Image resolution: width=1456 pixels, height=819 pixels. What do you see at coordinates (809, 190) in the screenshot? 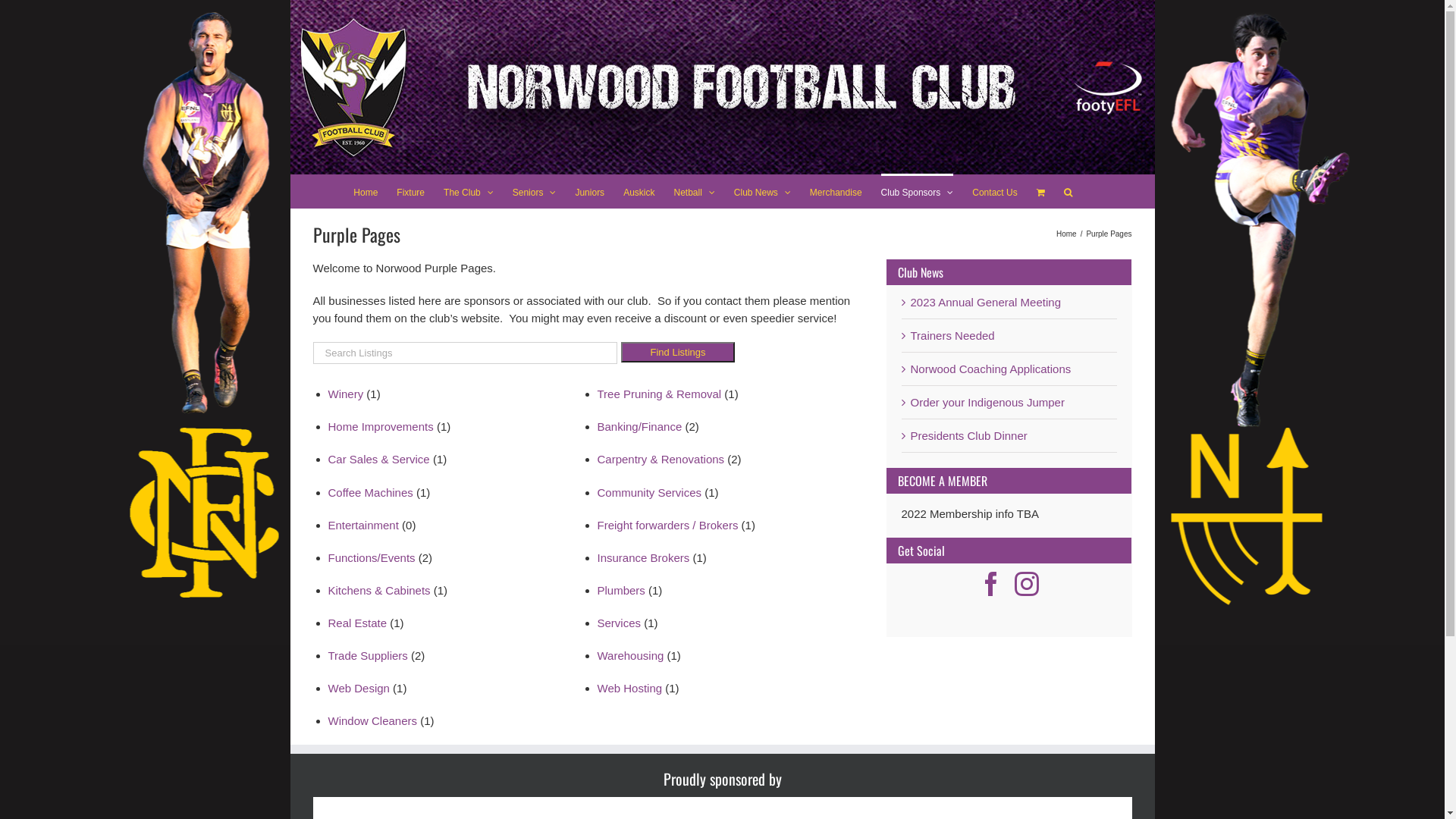
I see `'Merchandise'` at bounding box center [809, 190].